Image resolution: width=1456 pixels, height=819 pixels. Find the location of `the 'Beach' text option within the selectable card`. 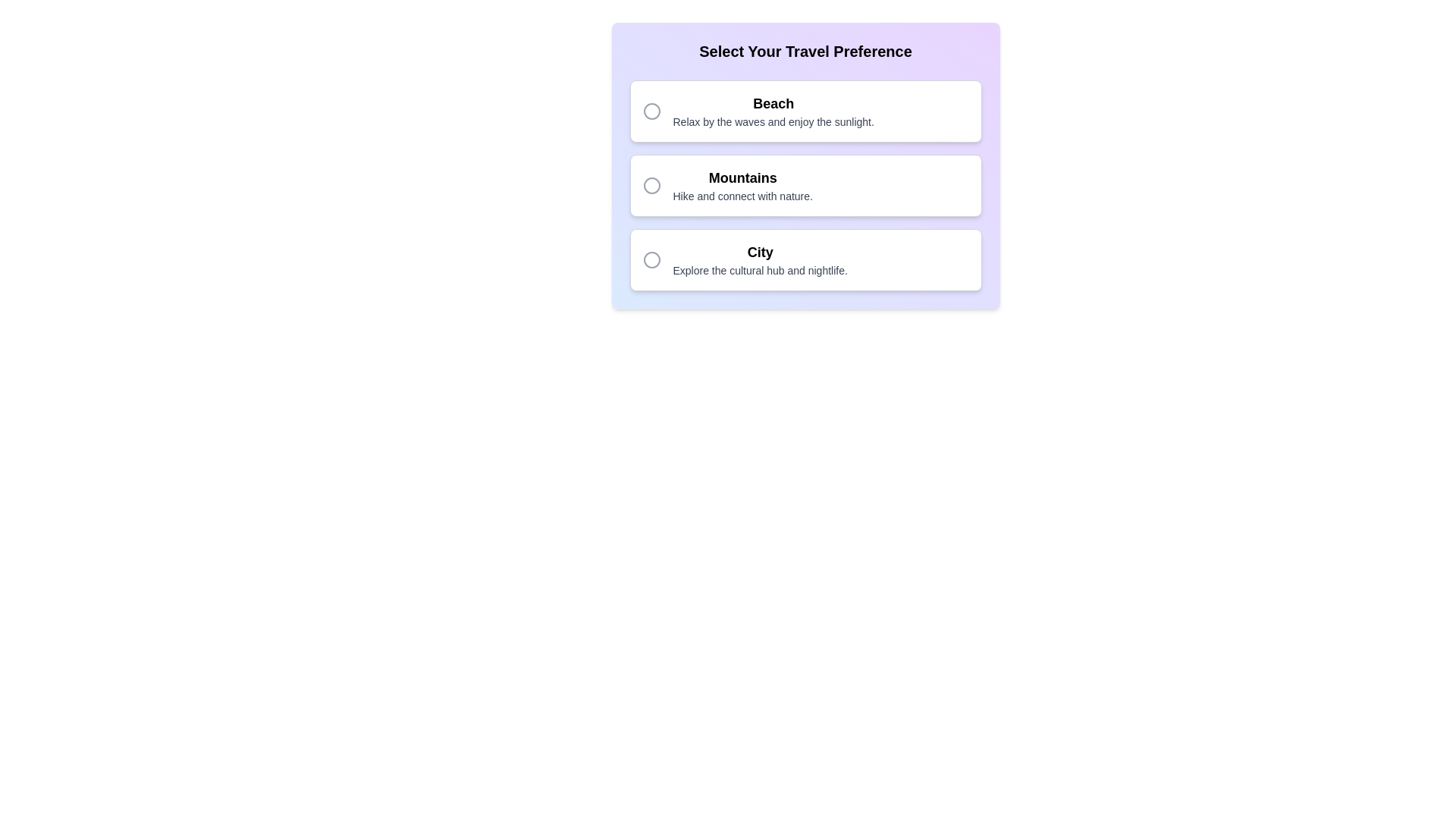

the 'Beach' text option within the selectable card is located at coordinates (773, 110).